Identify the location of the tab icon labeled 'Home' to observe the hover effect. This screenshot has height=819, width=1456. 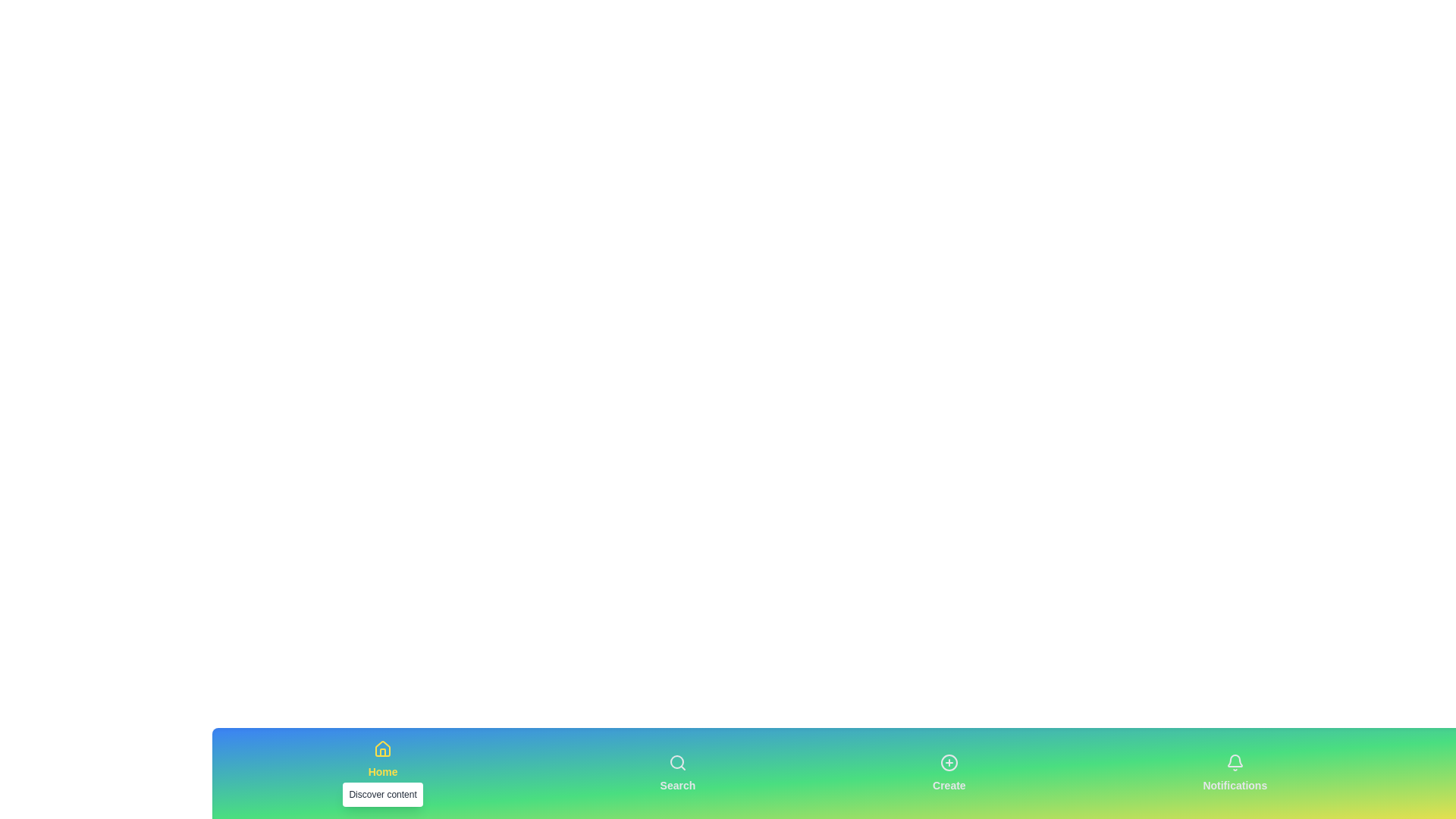
(383, 773).